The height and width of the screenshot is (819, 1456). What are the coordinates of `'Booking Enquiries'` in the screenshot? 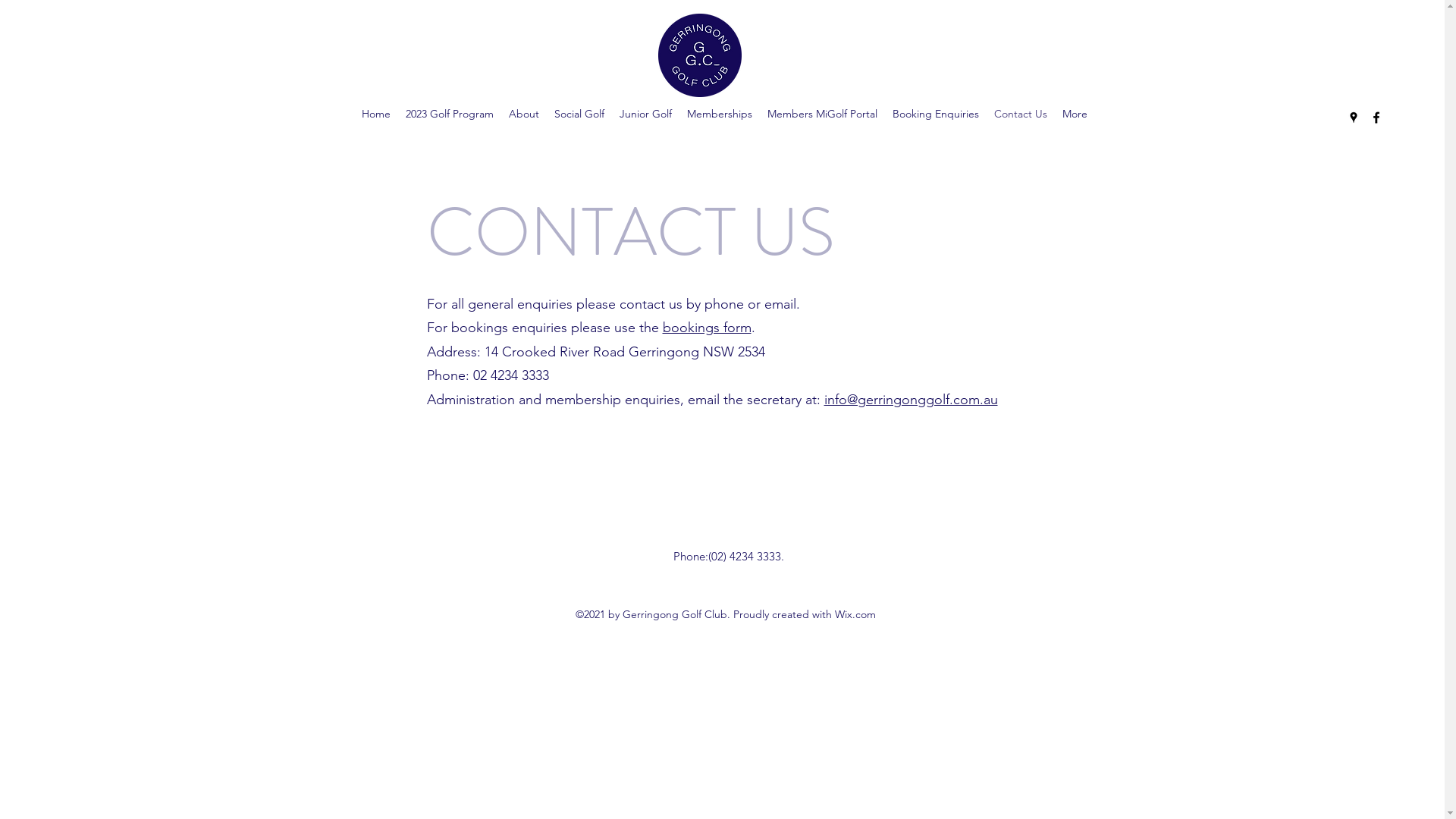 It's located at (934, 113).